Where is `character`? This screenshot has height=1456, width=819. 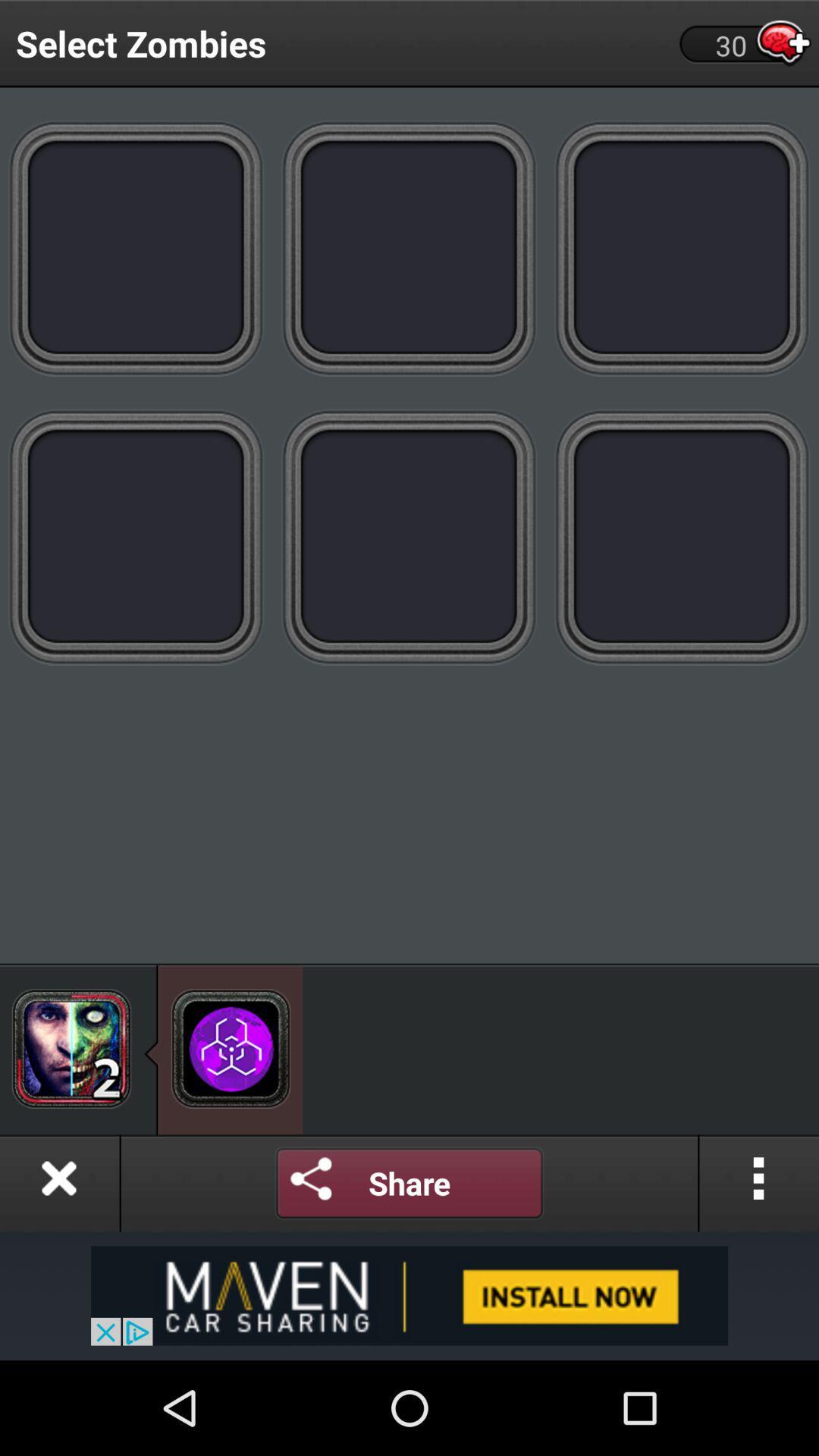 character is located at coordinates (681, 247).